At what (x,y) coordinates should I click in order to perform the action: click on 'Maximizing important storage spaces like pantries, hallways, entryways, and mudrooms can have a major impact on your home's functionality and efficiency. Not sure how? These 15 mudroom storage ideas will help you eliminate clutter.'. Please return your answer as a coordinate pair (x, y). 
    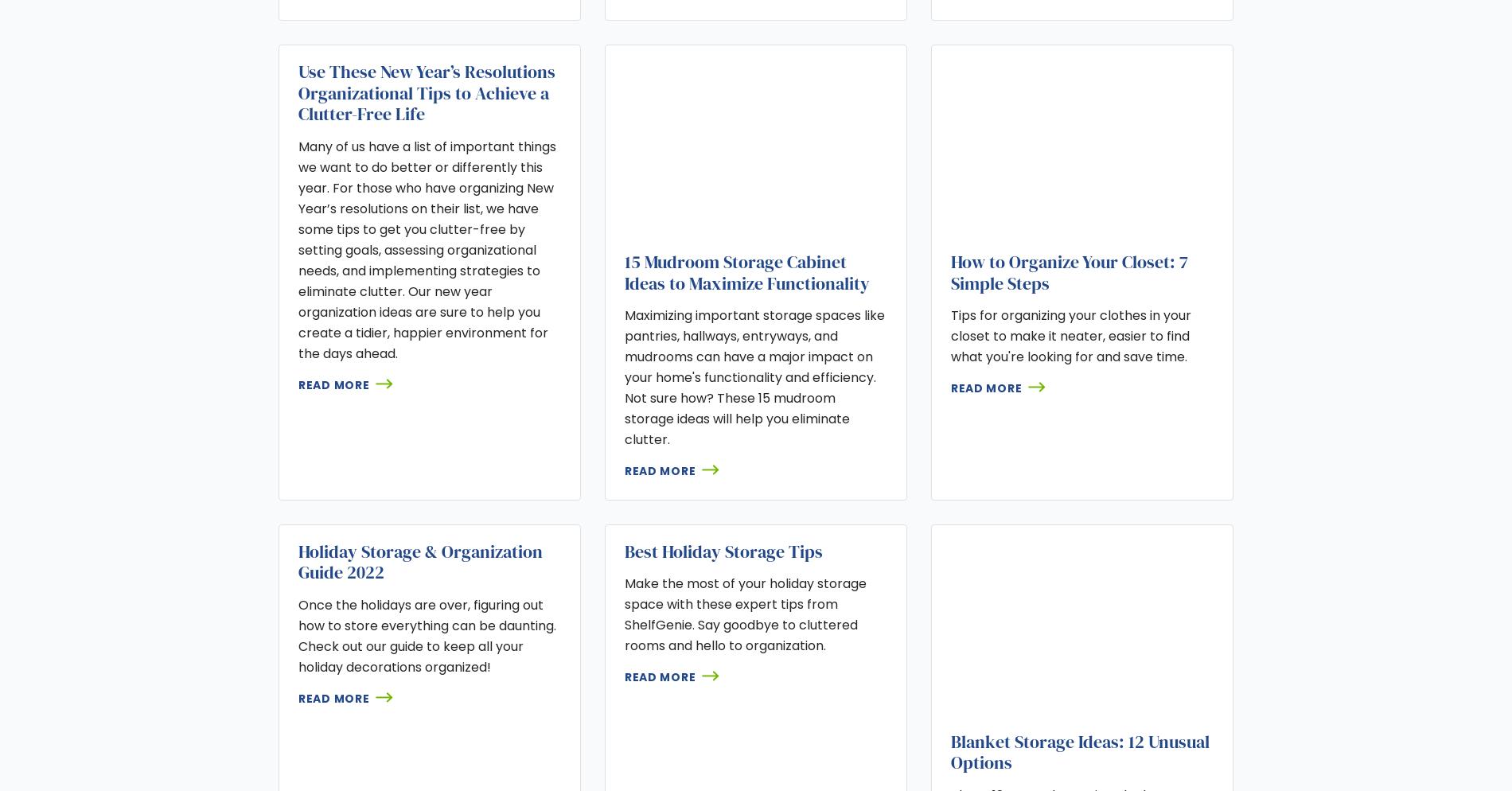
    Looking at the image, I should click on (753, 376).